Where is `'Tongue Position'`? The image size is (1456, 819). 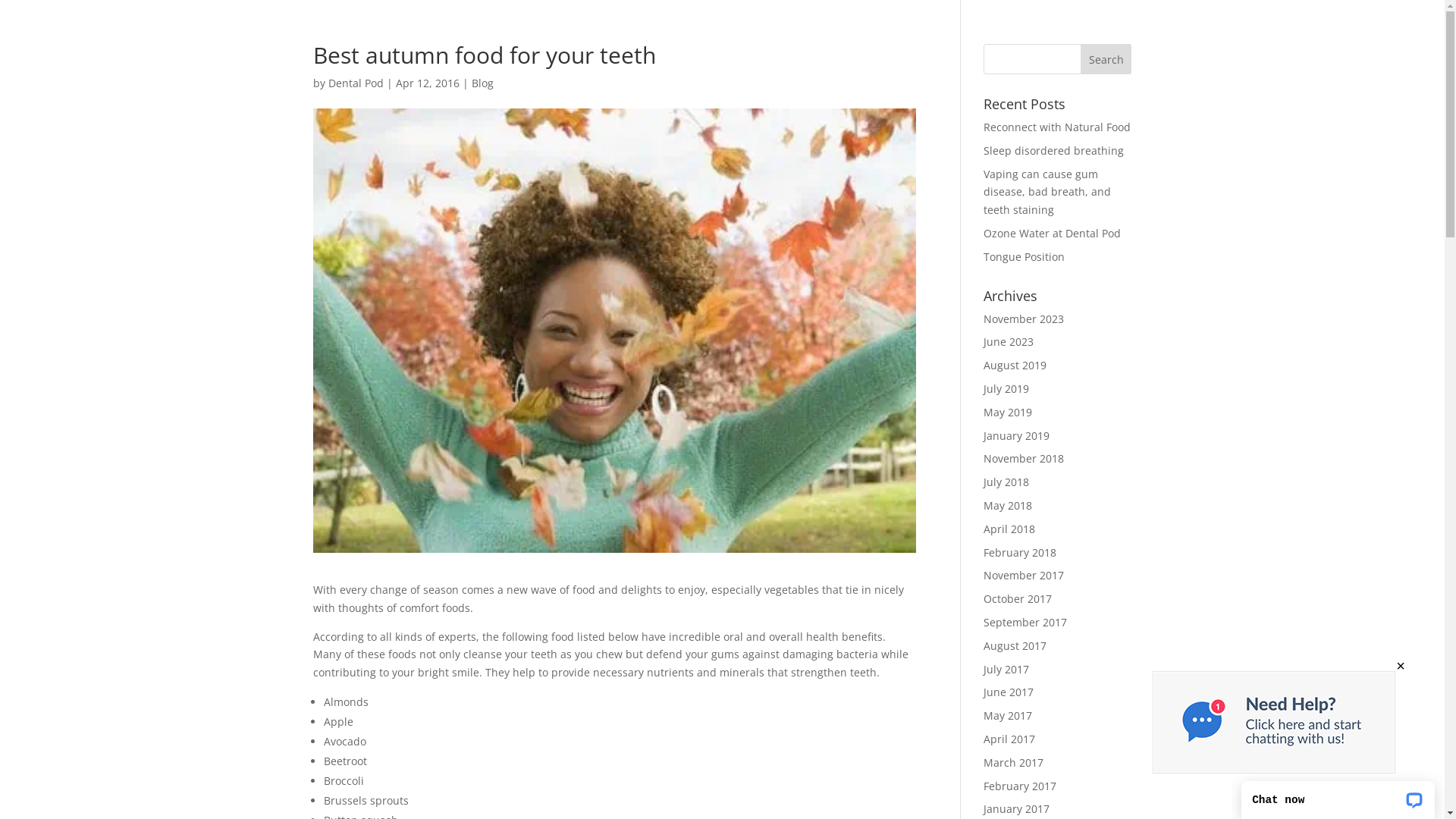
'Tongue Position' is located at coordinates (1024, 256).